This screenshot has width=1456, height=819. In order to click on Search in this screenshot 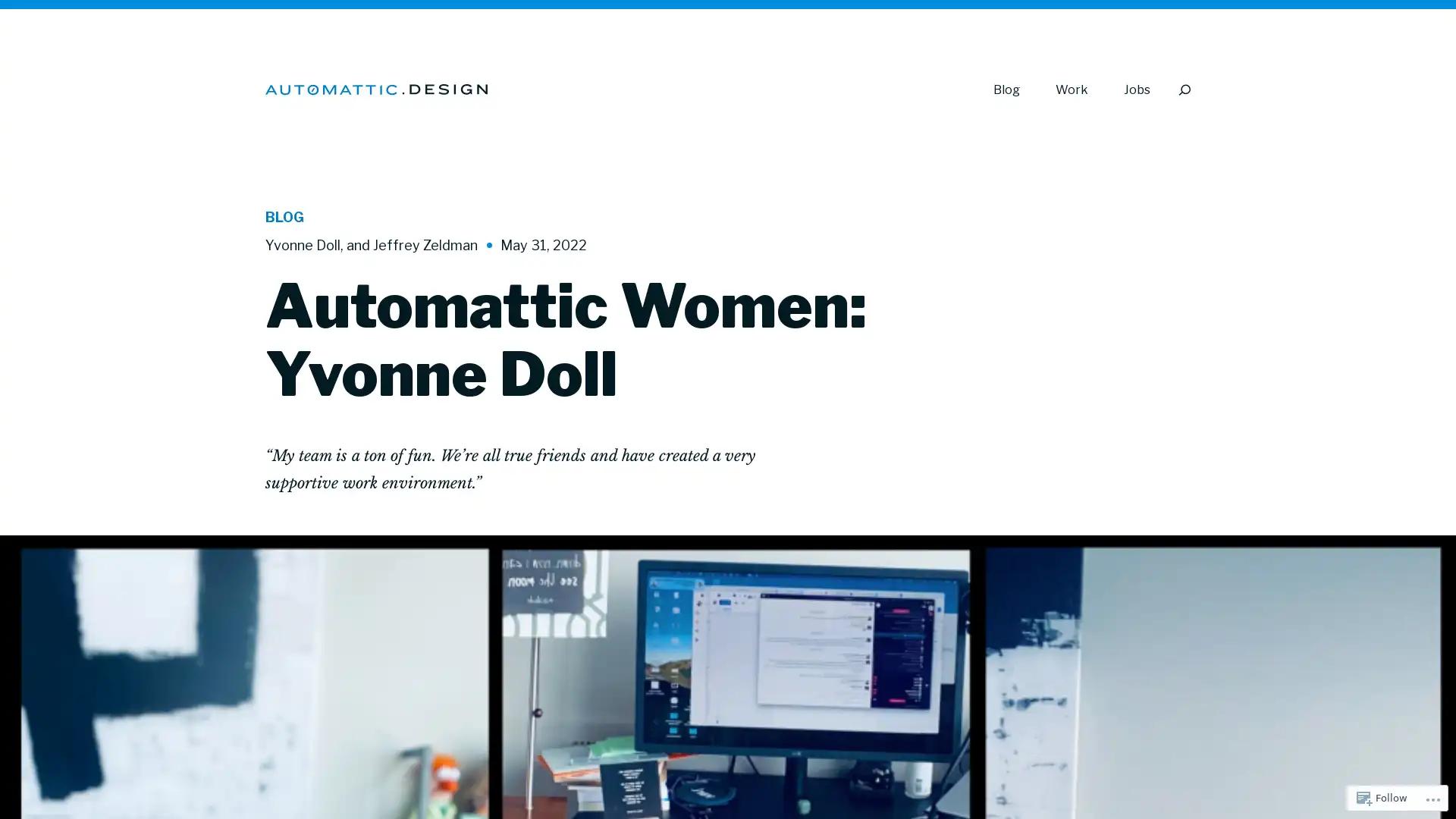, I will do `click(1183, 89)`.